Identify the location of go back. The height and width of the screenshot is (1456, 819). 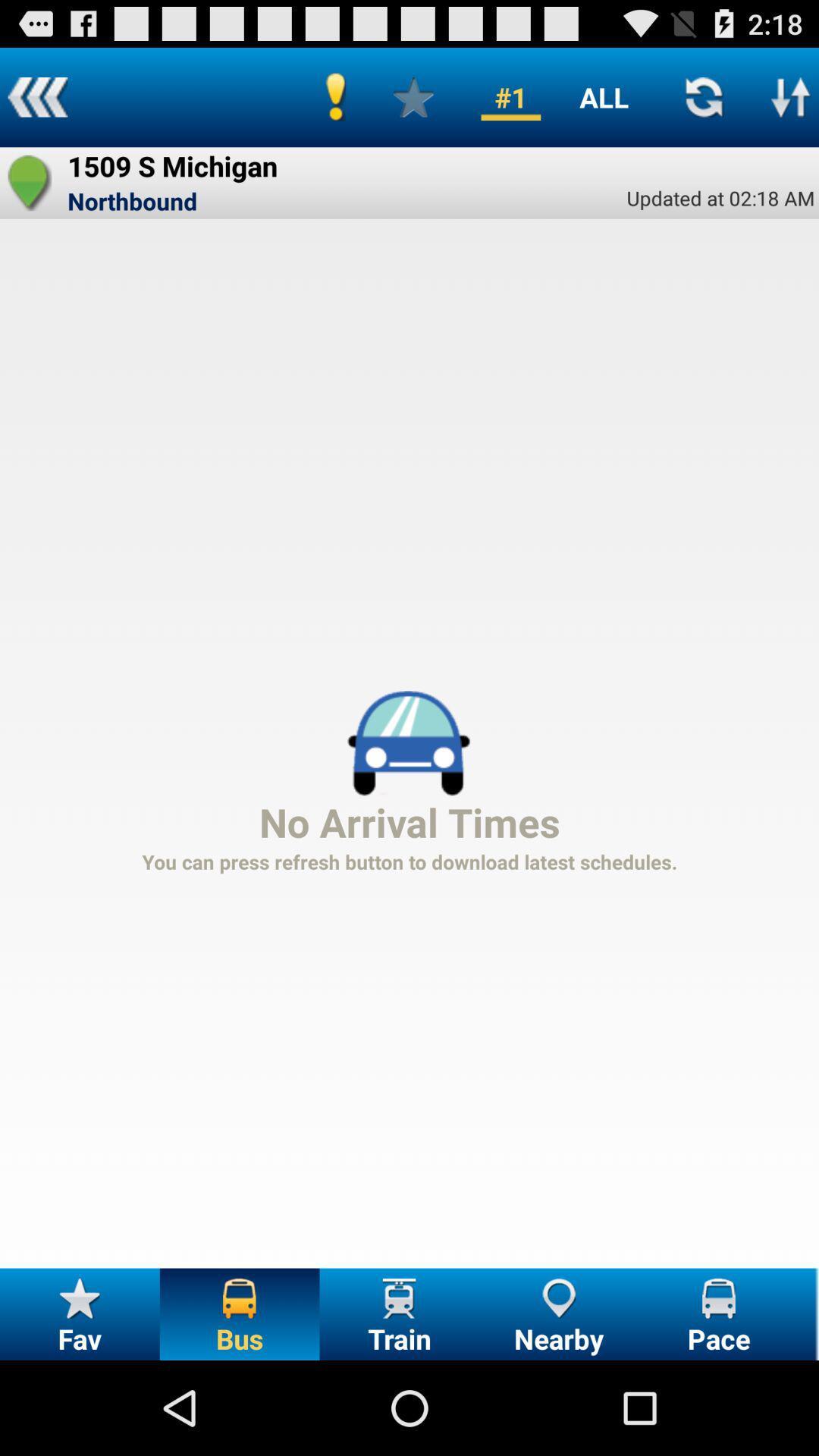
(36, 96).